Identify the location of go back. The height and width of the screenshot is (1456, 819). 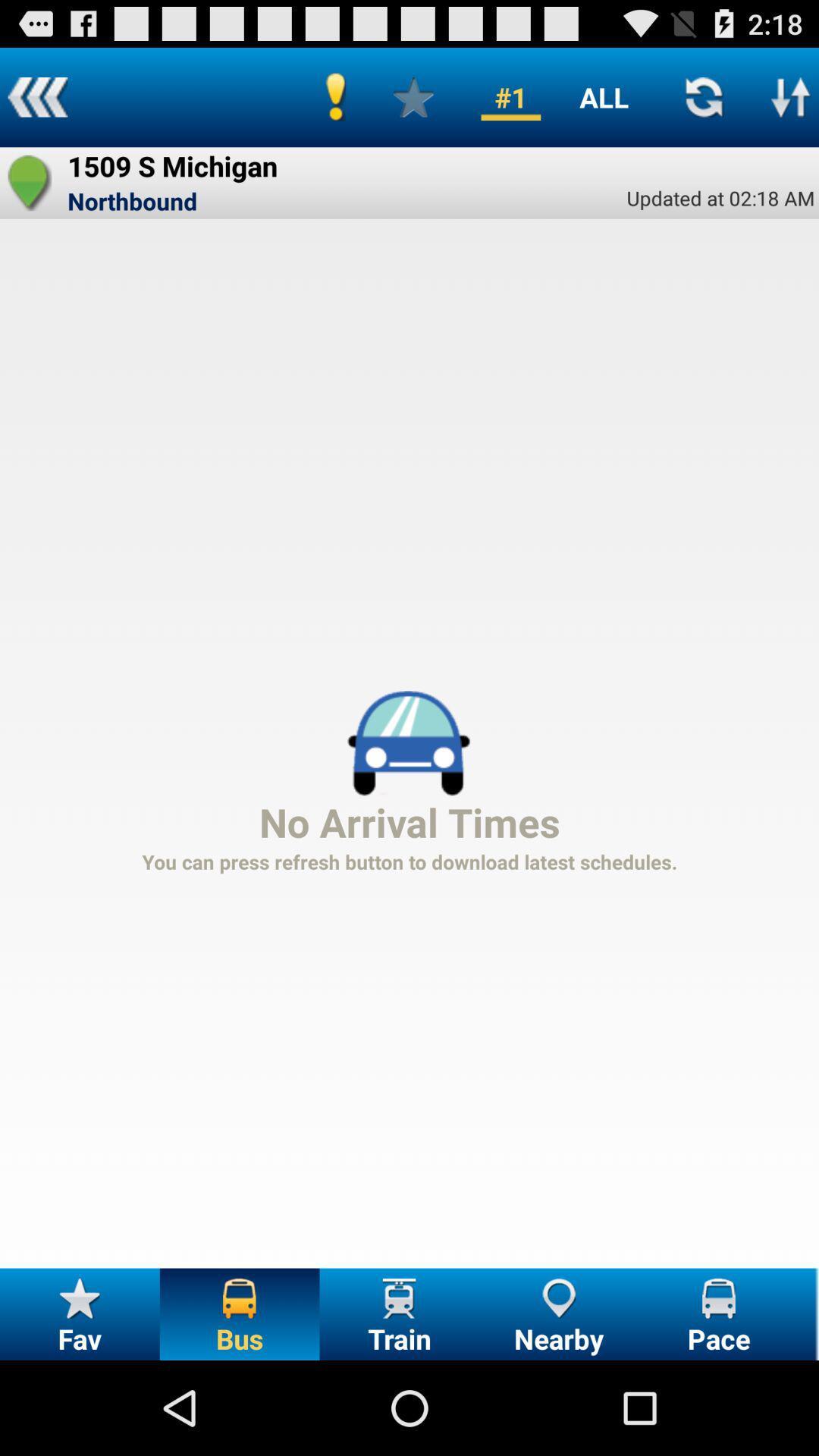
(36, 96).